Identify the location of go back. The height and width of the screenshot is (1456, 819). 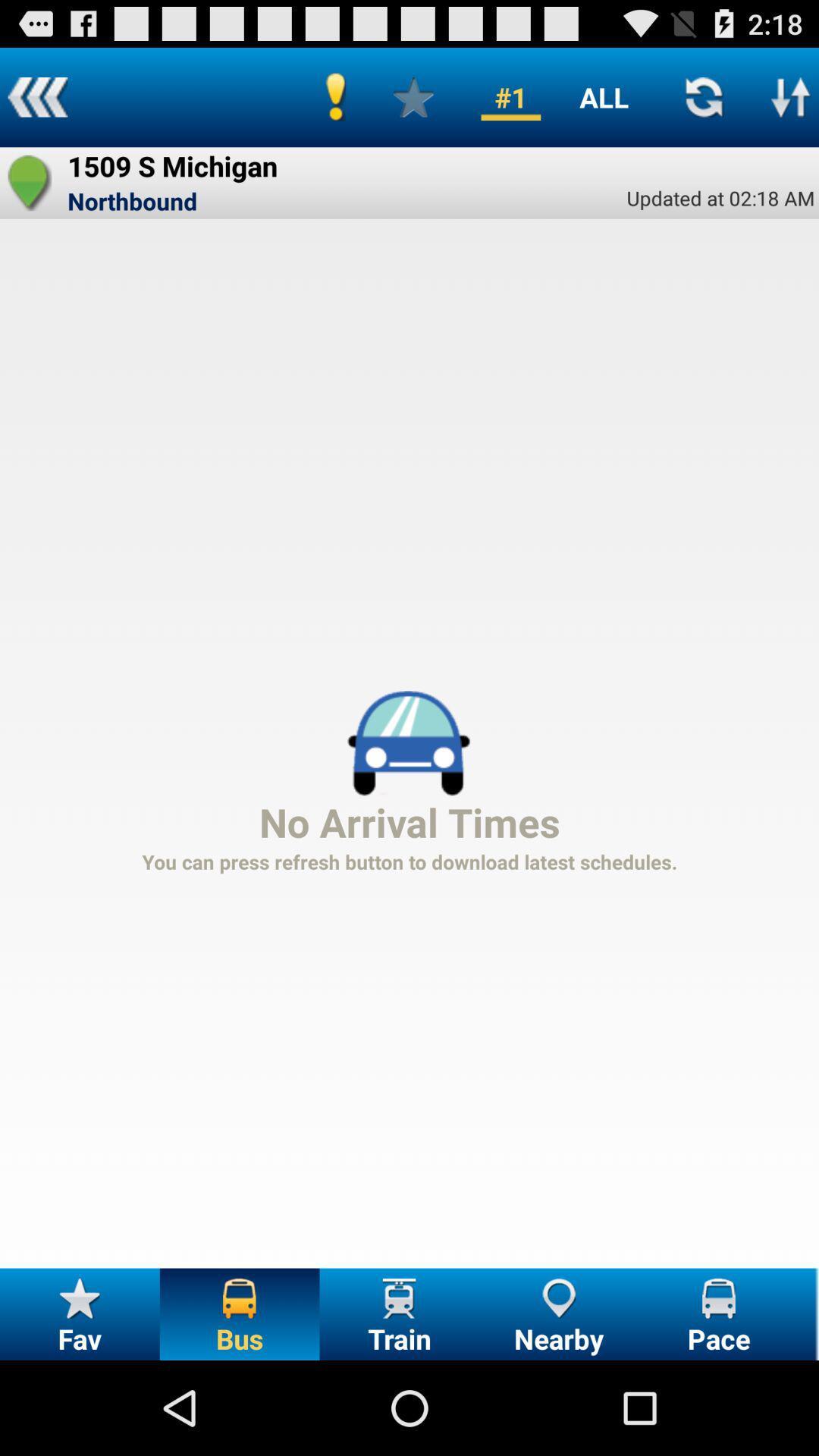
(36, 96).